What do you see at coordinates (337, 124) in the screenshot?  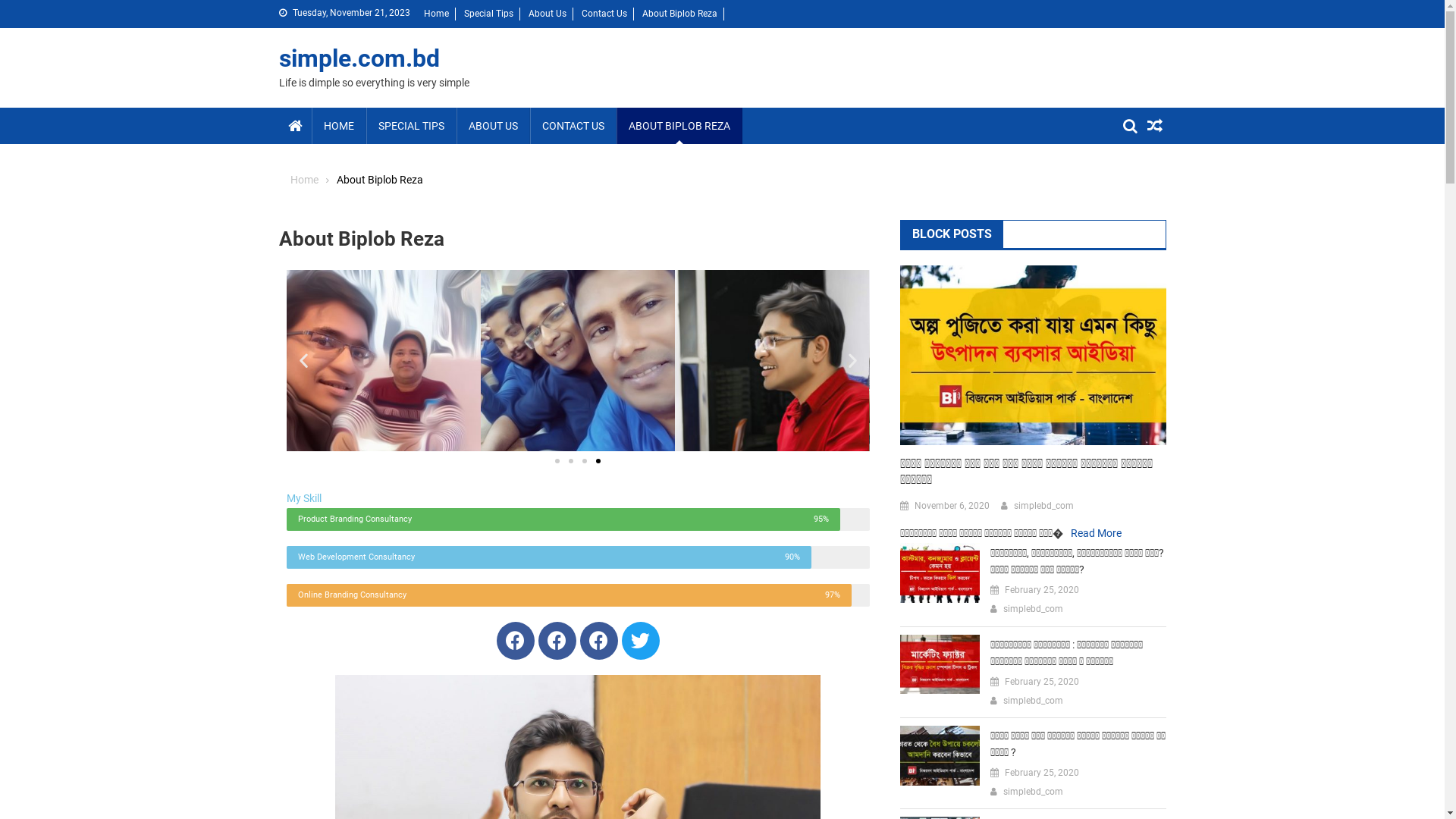 I see `'HOME'` at bounding box center [337, 124].